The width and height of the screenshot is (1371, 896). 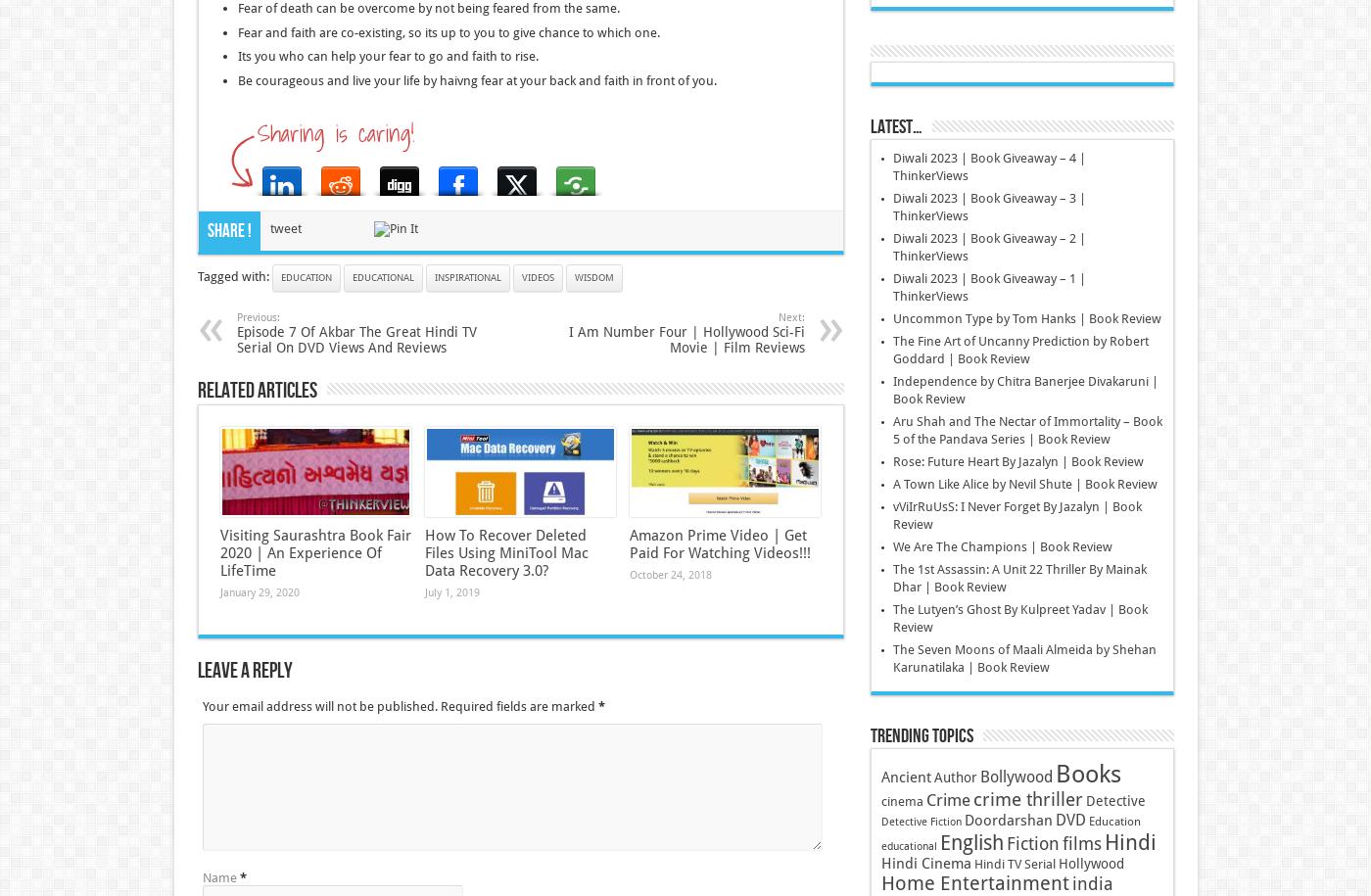 I want to click on 'Rose: Future Heart By Jazalyn | Book Review', so click(x=1016, y=460).